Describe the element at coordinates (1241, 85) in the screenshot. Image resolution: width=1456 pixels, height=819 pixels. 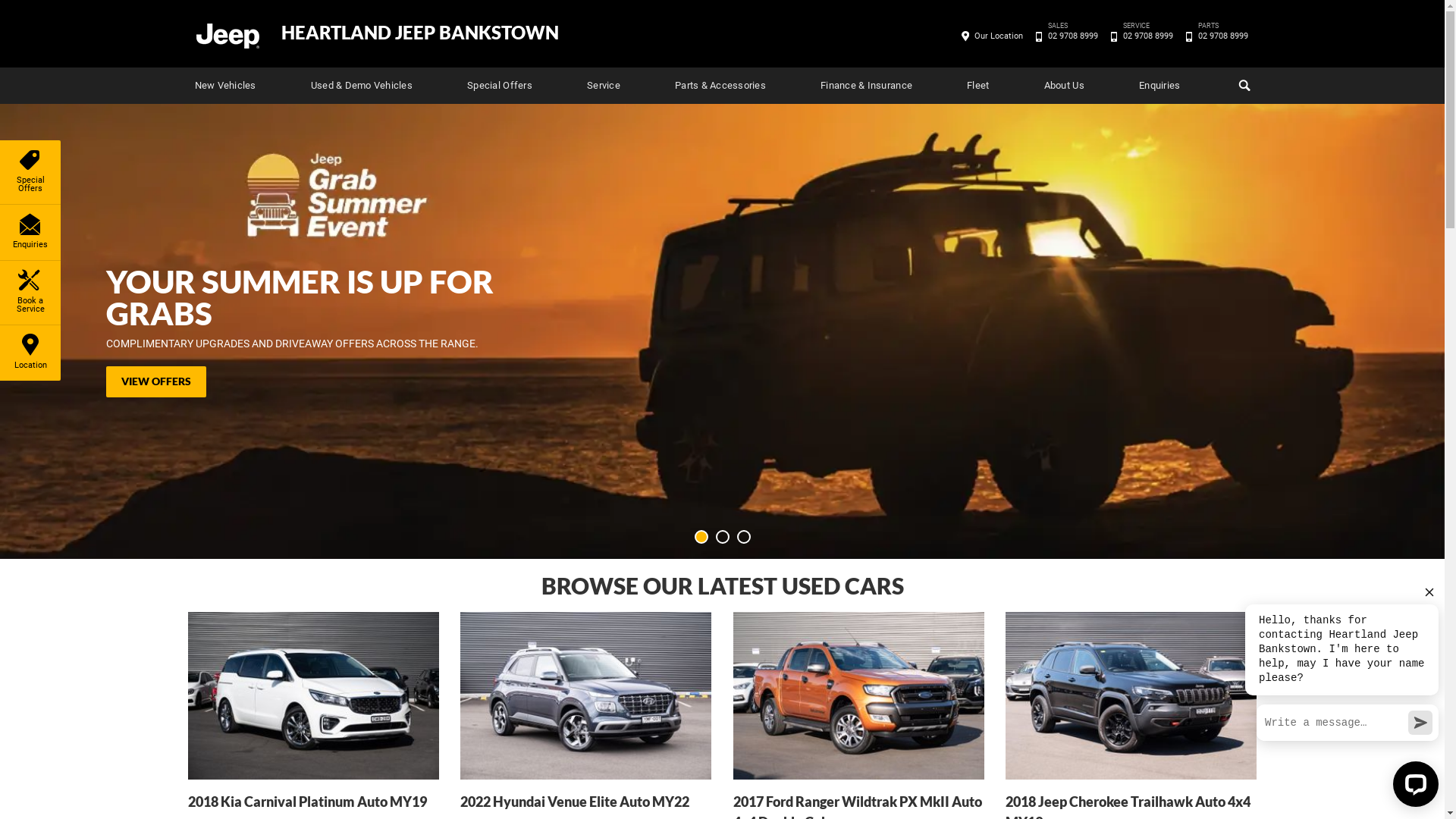
I see `'Search'` at that location.